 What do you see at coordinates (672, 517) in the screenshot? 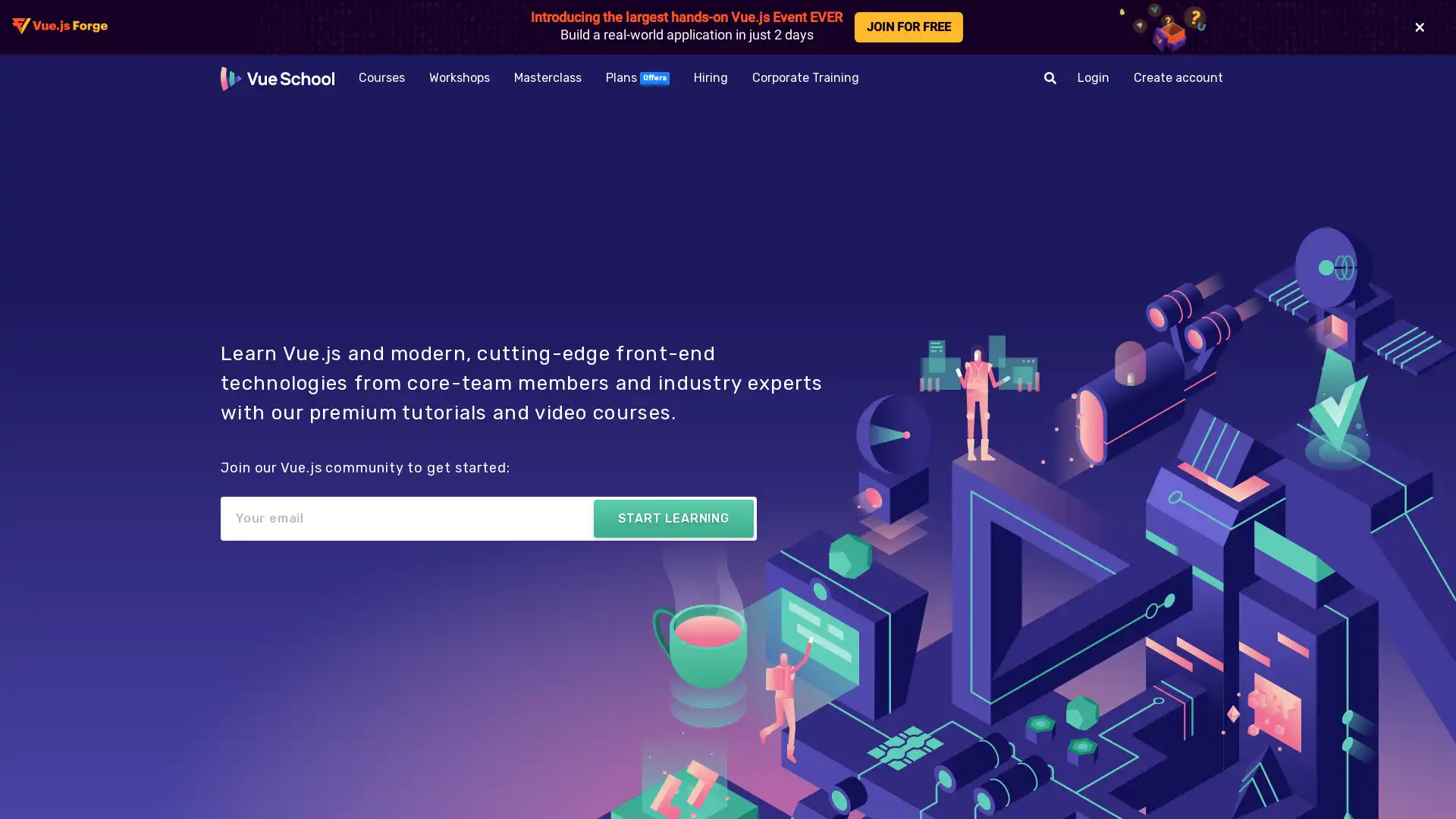
I see `START LEARNING` at bounding box center [672, 517].